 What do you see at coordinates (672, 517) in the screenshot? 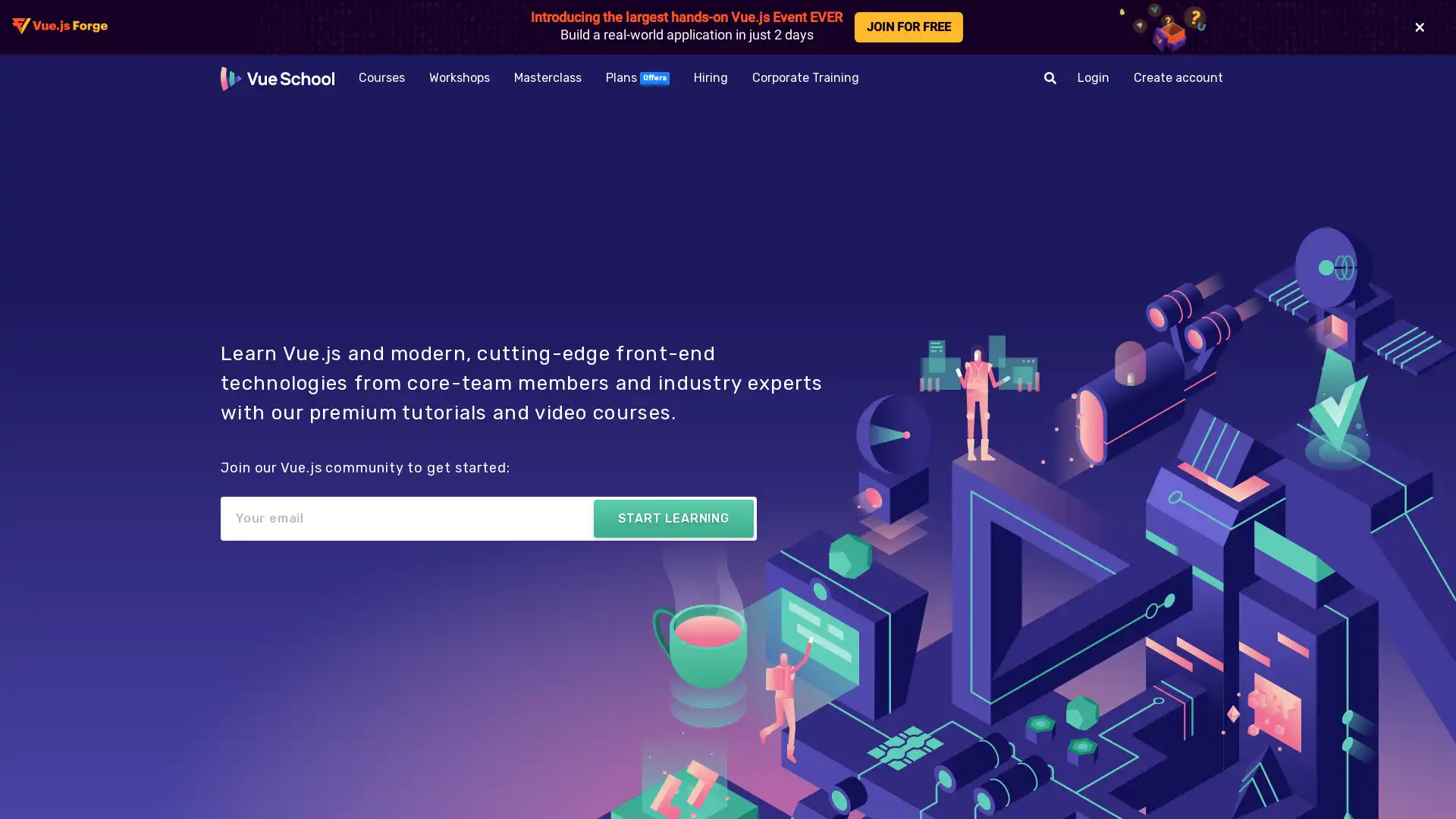
I see `START LEARNING` at bounding box center [672, 517].